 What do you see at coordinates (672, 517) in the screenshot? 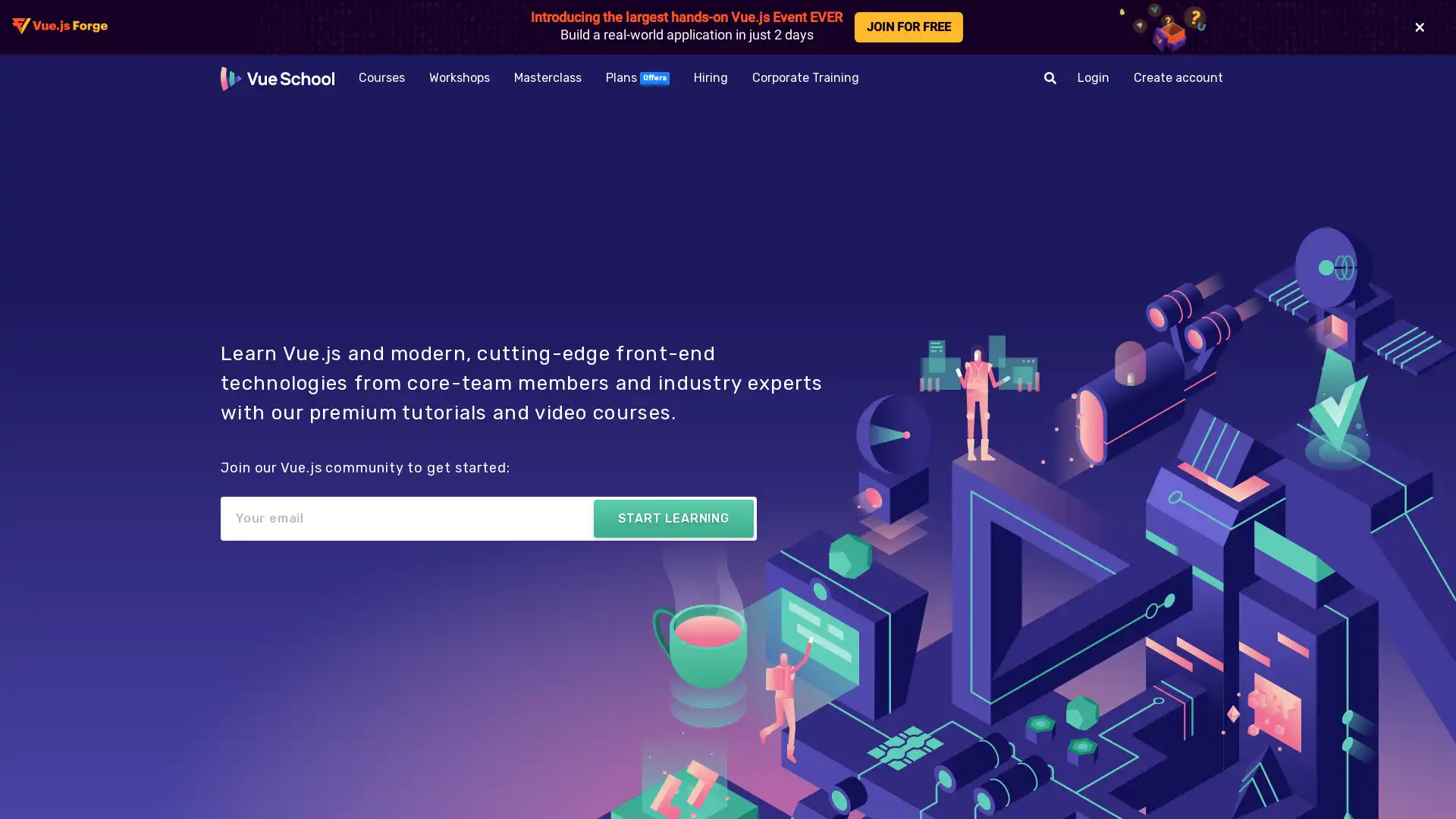
I see `START LEARNING` at bounding box center [672, 517].